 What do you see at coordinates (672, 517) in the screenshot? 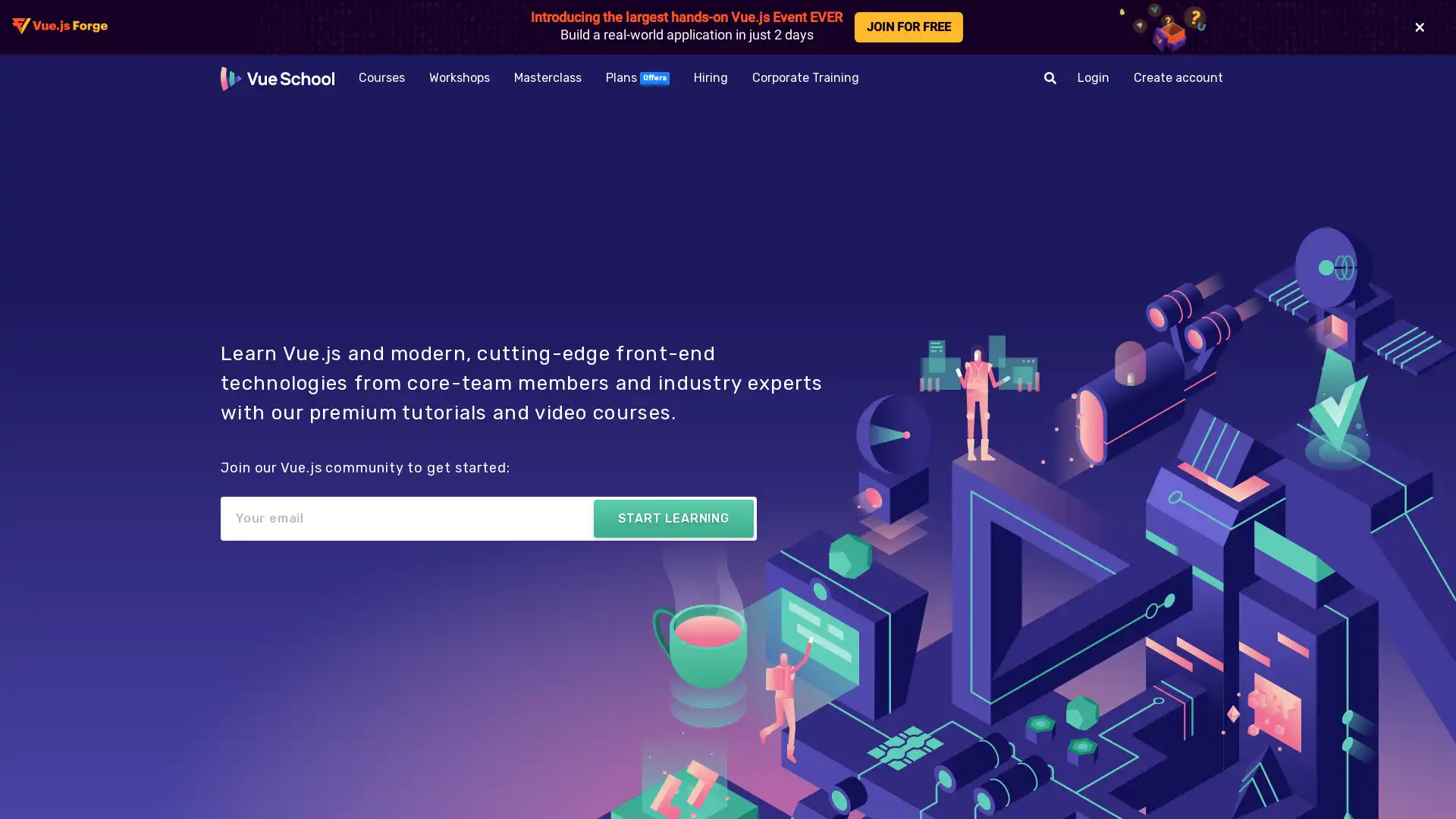
I see `START LEARNING` at bounding box center [672, 517].